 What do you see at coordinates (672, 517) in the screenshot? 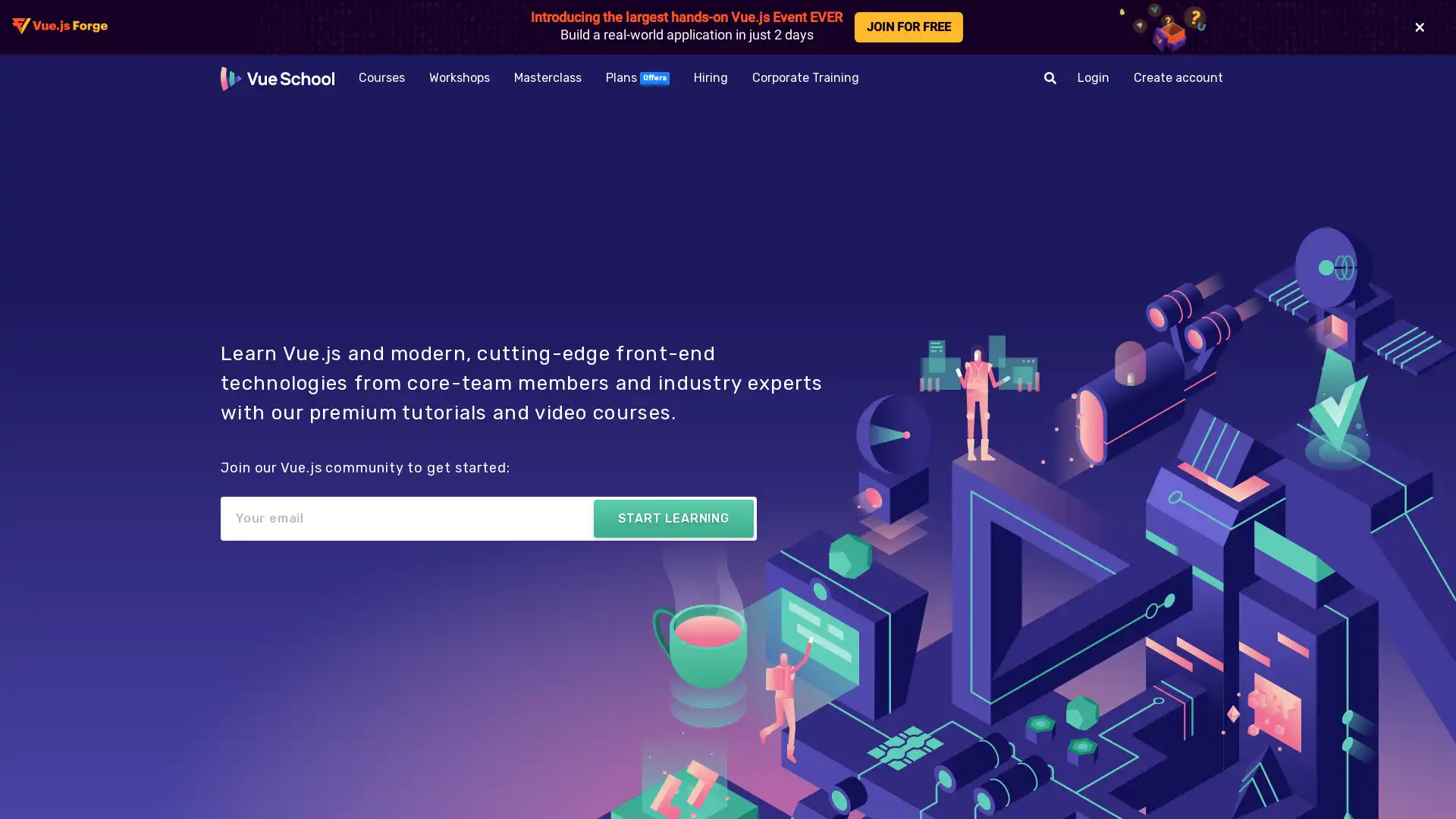
I see `START LEARNING` at bounding box center [672, 517].